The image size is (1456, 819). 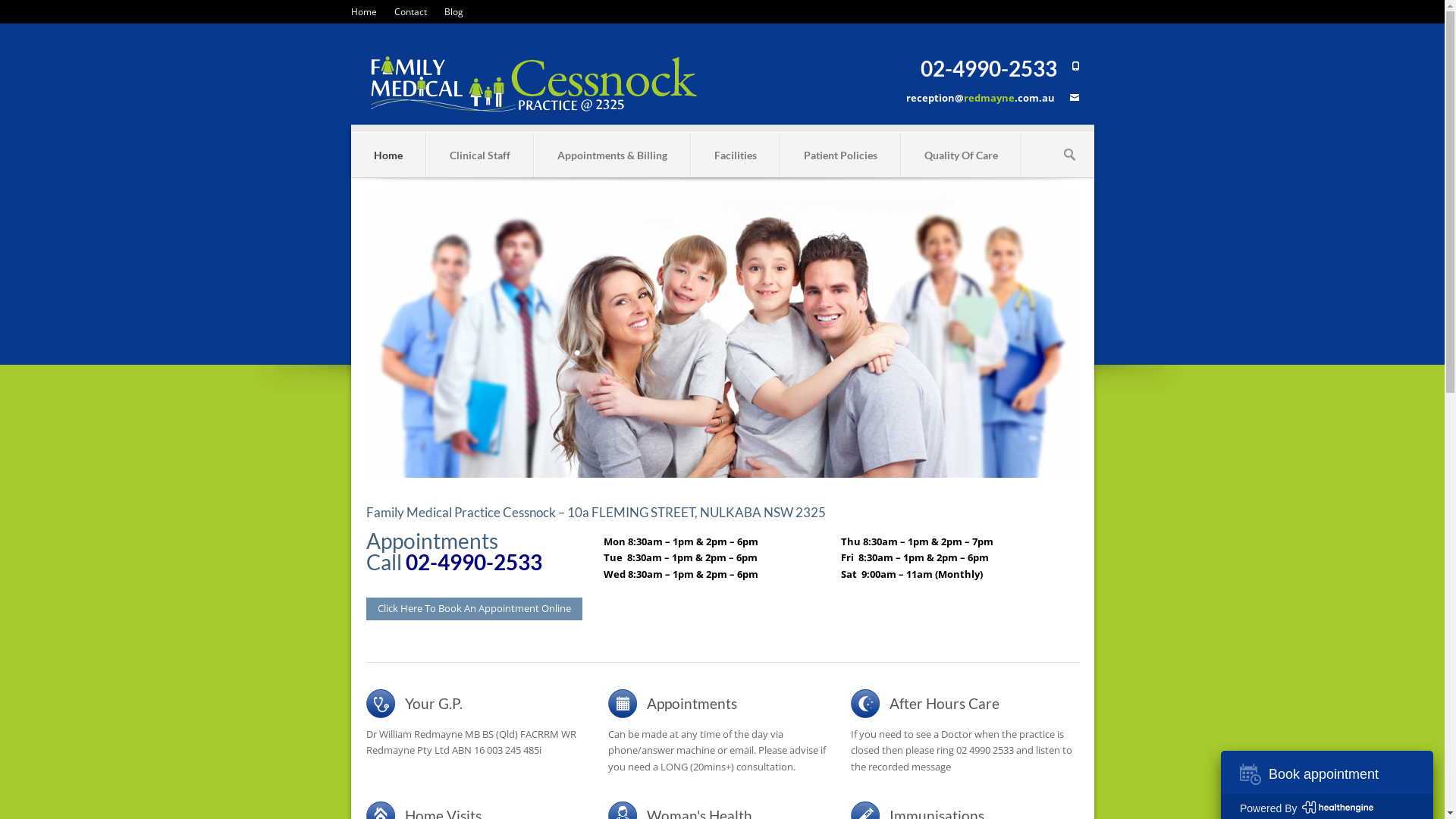 I want to click on 'Facilities', so click(x=691, y=155).